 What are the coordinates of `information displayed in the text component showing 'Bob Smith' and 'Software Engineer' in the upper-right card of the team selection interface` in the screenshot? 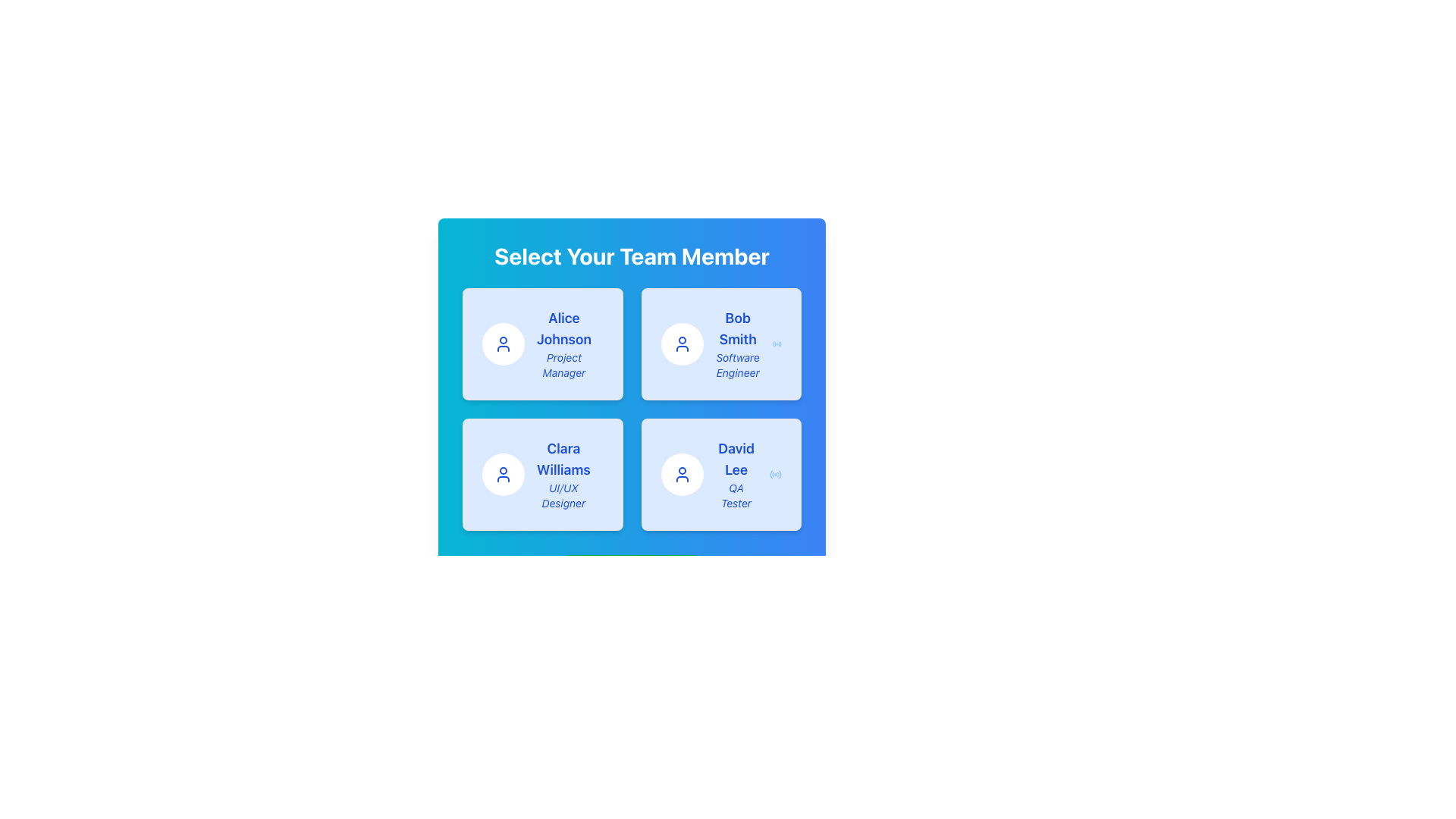 It's located at (738, 344).